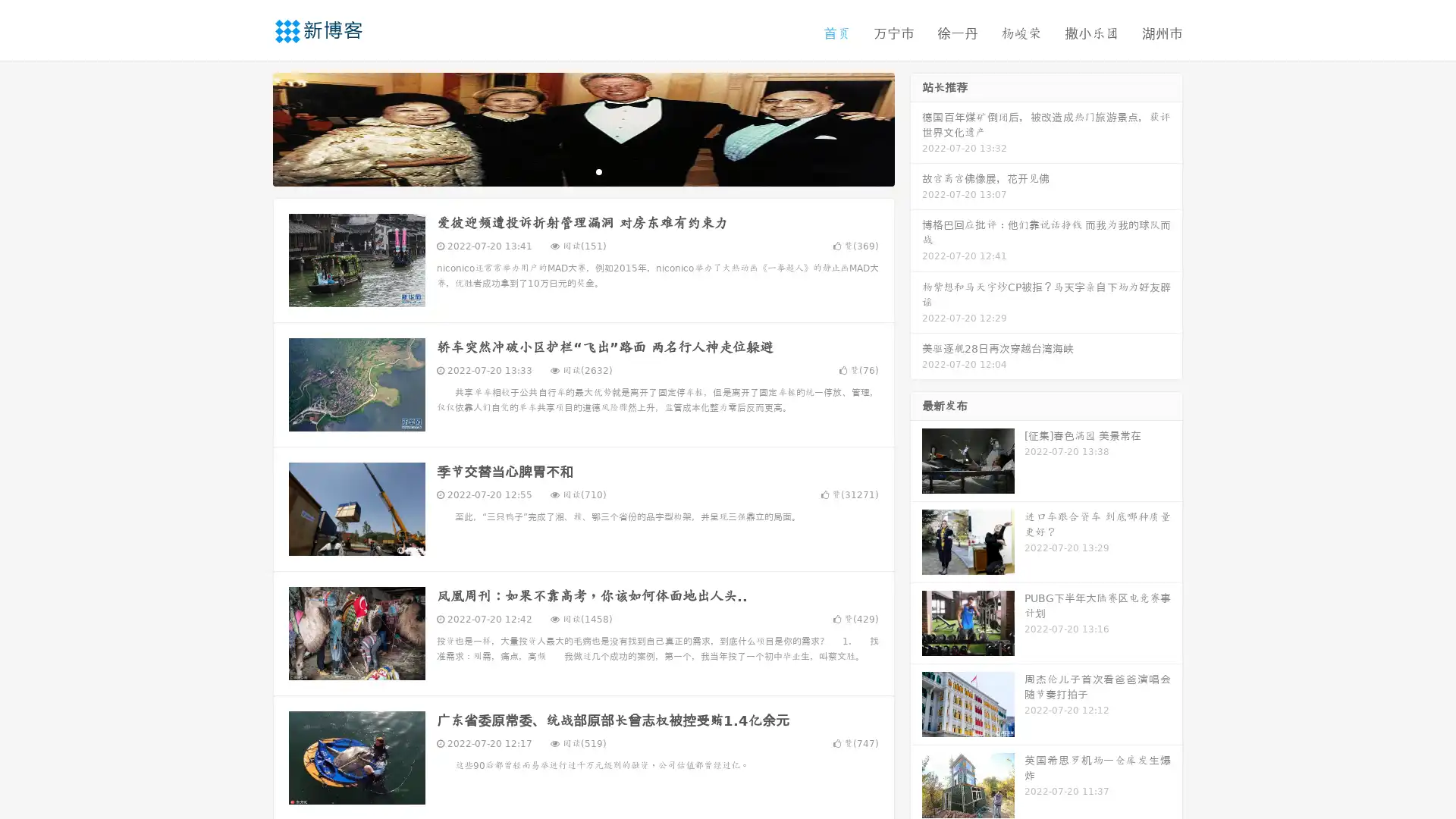 The image size is (1456, 819). Describe the element at coordinates (582, 171) in the screenshot. I see `Go to slide 2` at that location.